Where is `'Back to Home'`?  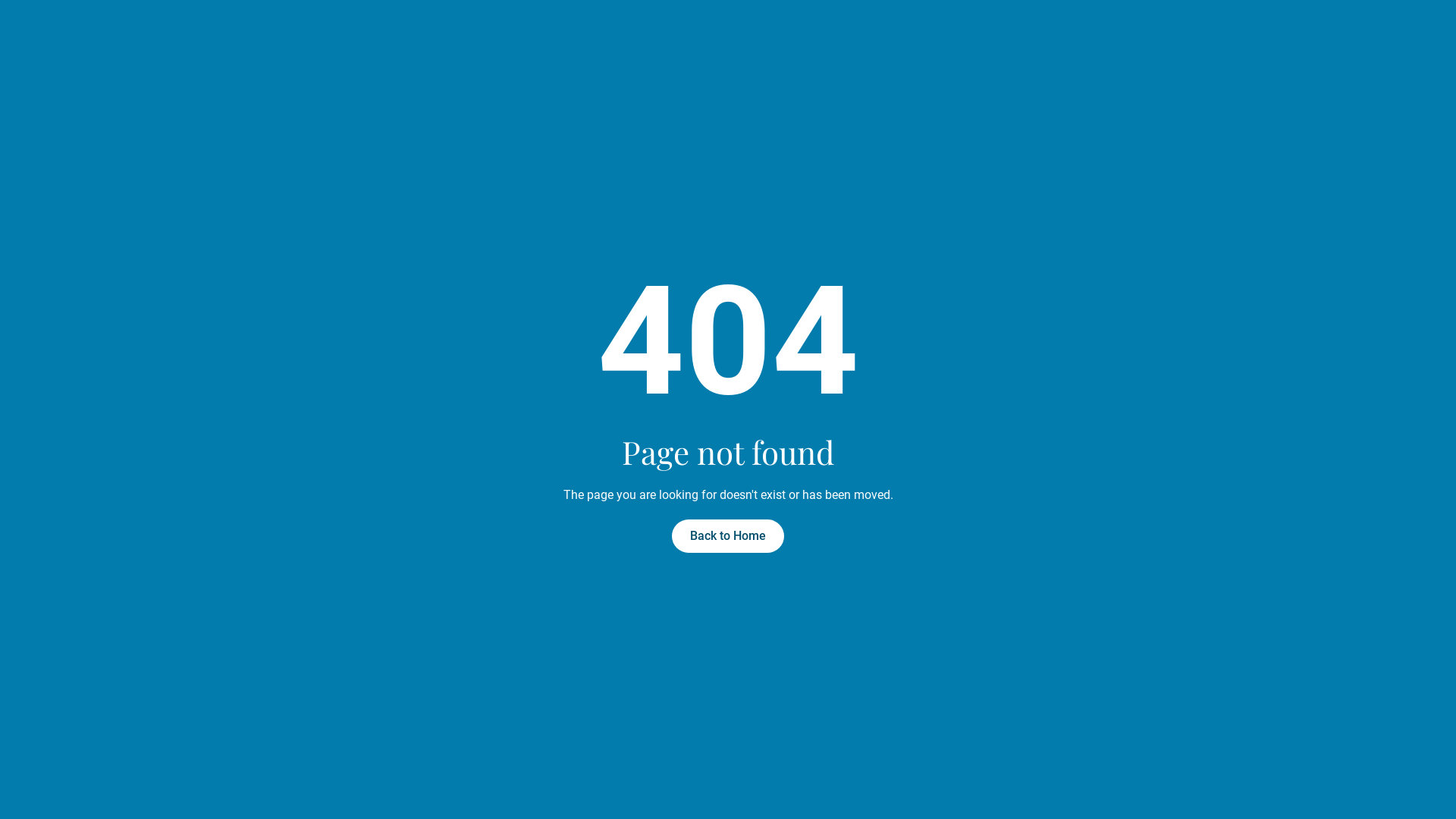
'Back to Home' is located at coordinates (728, 535).